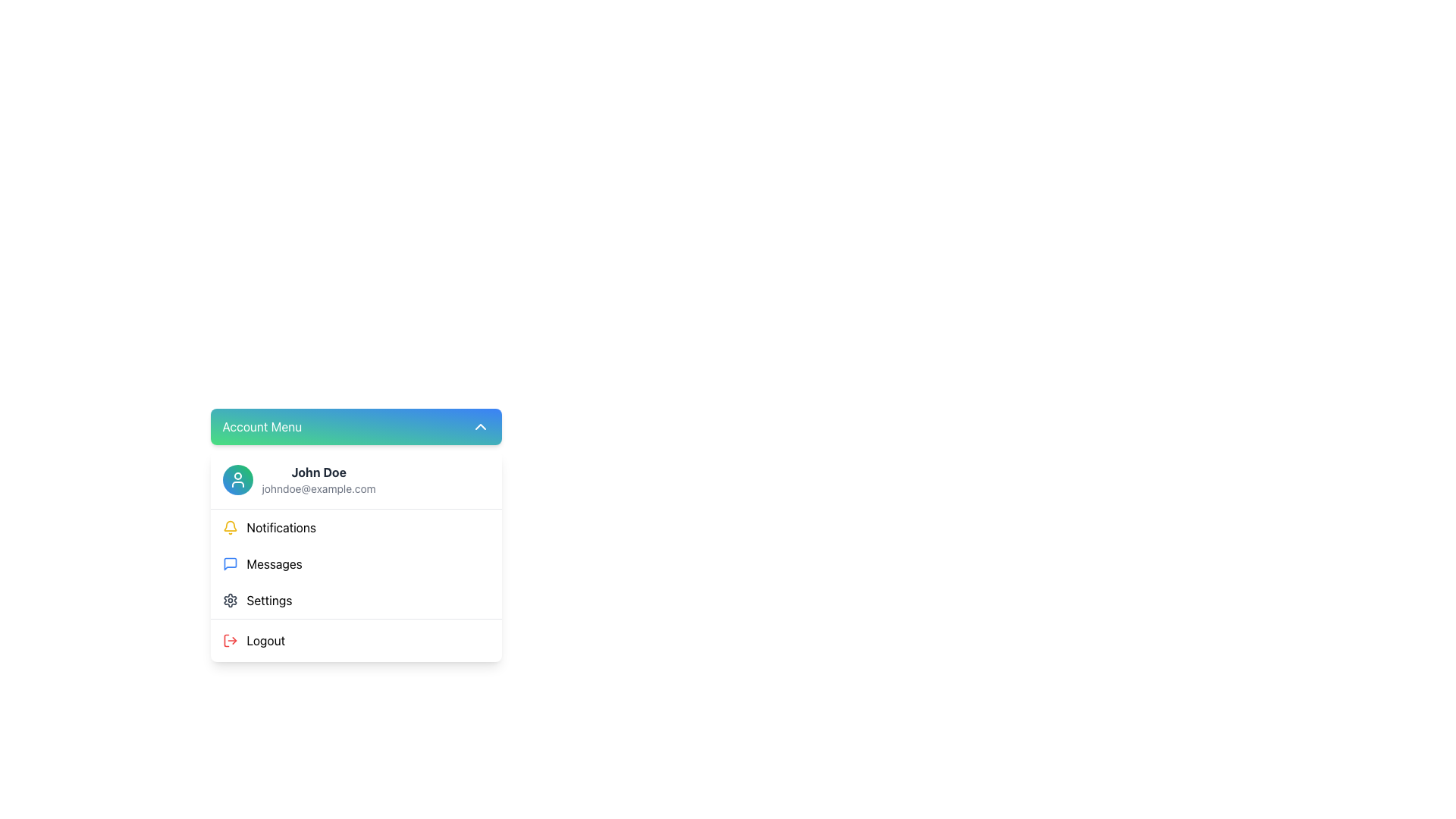 This screenshot has height=819, width=1456. Describe the element at coordinates (355, 479) in the screenshot. I see `the User profile summary section that contains the circular profile picture, user name 'John Doe', and email 'johndoe@example.com'` at that location.